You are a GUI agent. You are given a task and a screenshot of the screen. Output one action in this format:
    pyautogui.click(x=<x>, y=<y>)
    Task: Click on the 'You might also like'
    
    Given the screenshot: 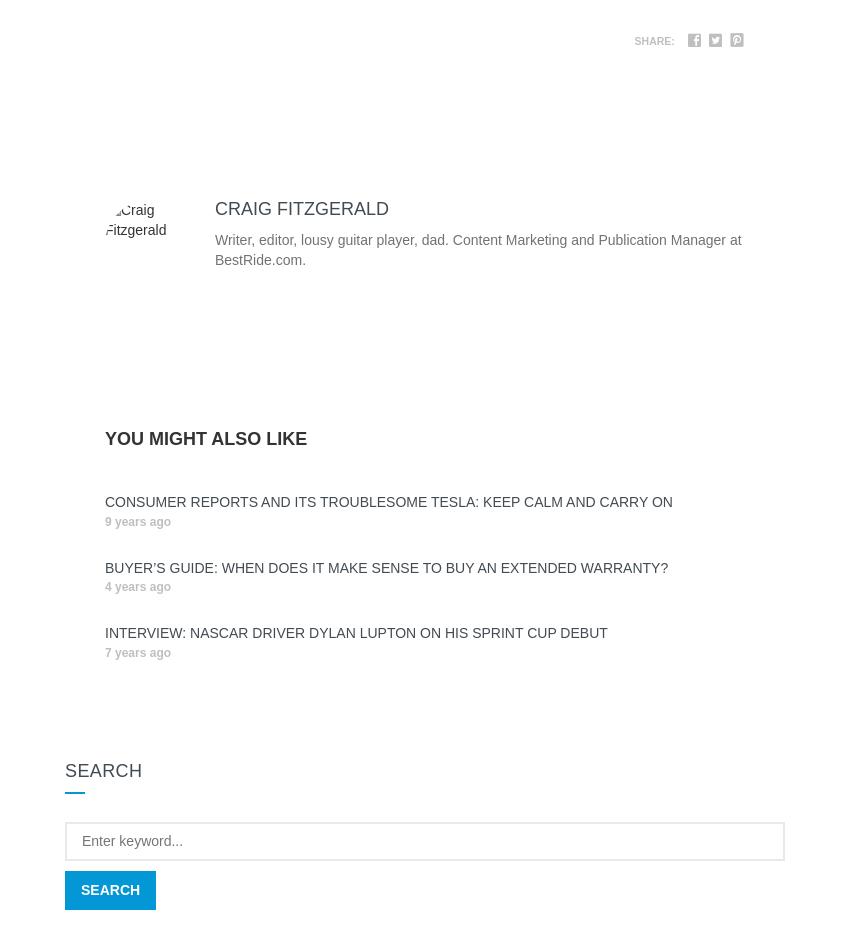 What is the action you would take?
    pyautogui.click(x=205, y=438)
    